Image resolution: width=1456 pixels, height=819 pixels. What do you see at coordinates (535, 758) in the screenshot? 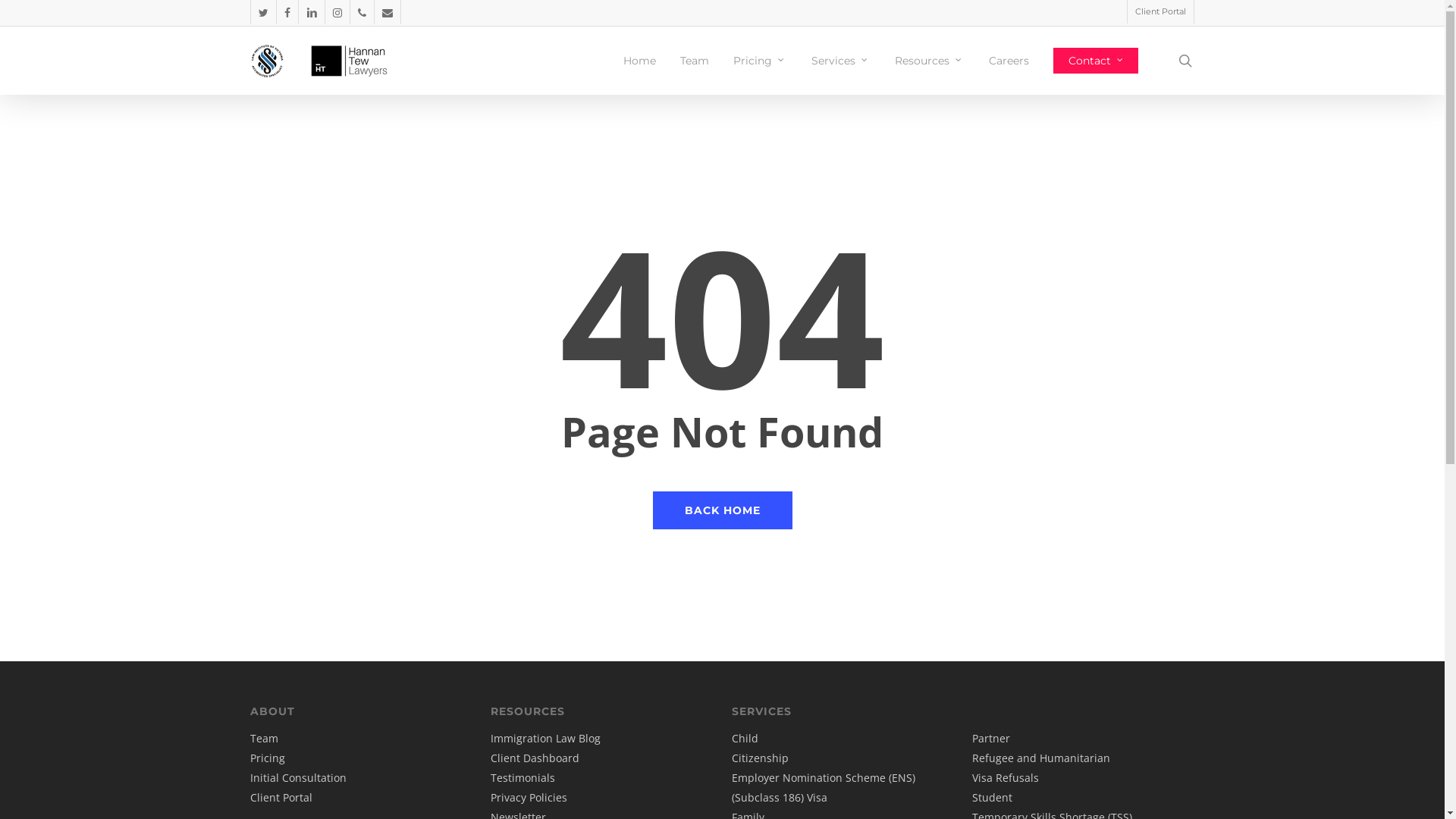
I see `'Client Dashboard'` at bounding box center [535, 758].